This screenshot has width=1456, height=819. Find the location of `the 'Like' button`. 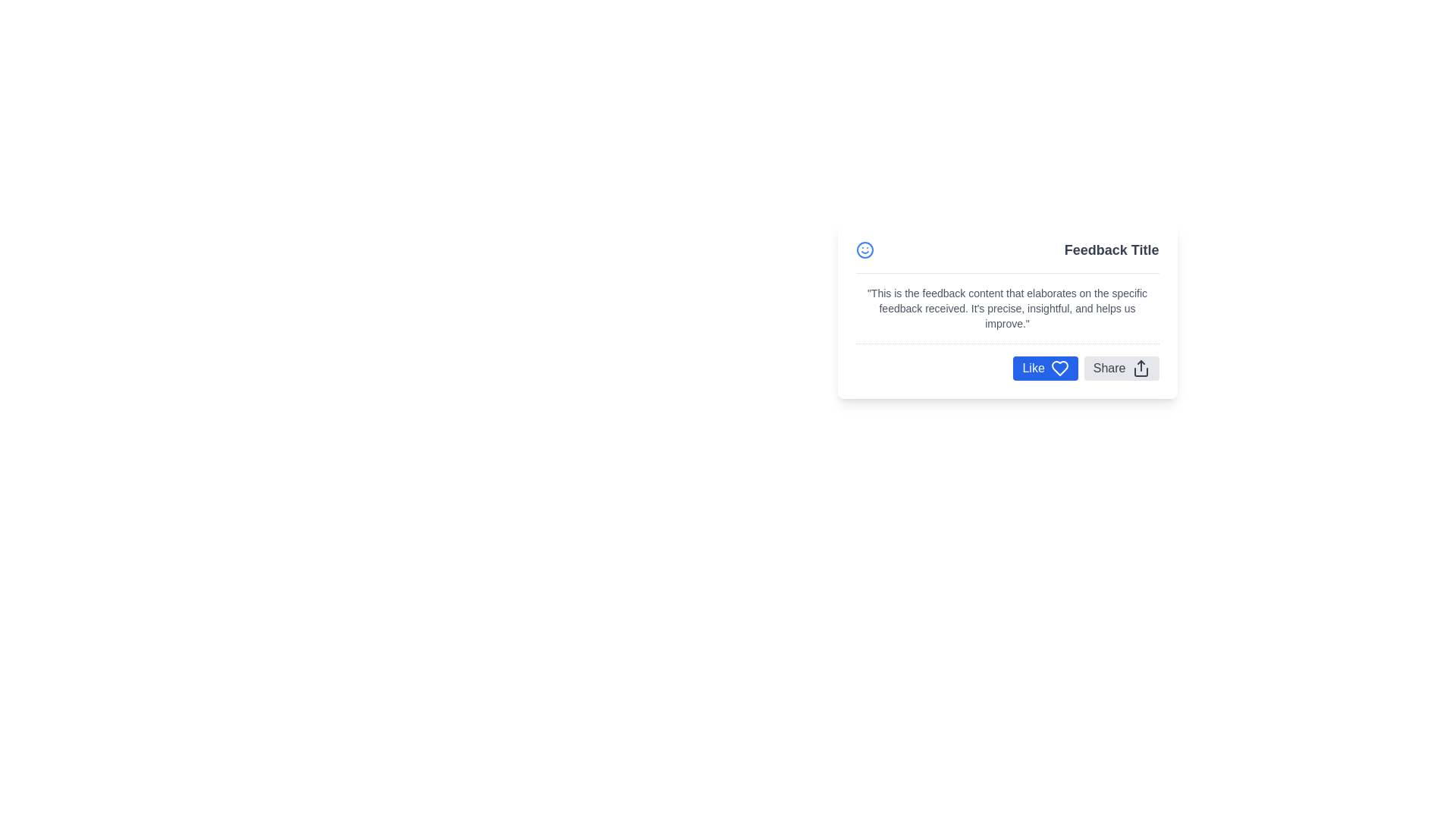

the 'Like' button is located at coordinates (1045, 369).